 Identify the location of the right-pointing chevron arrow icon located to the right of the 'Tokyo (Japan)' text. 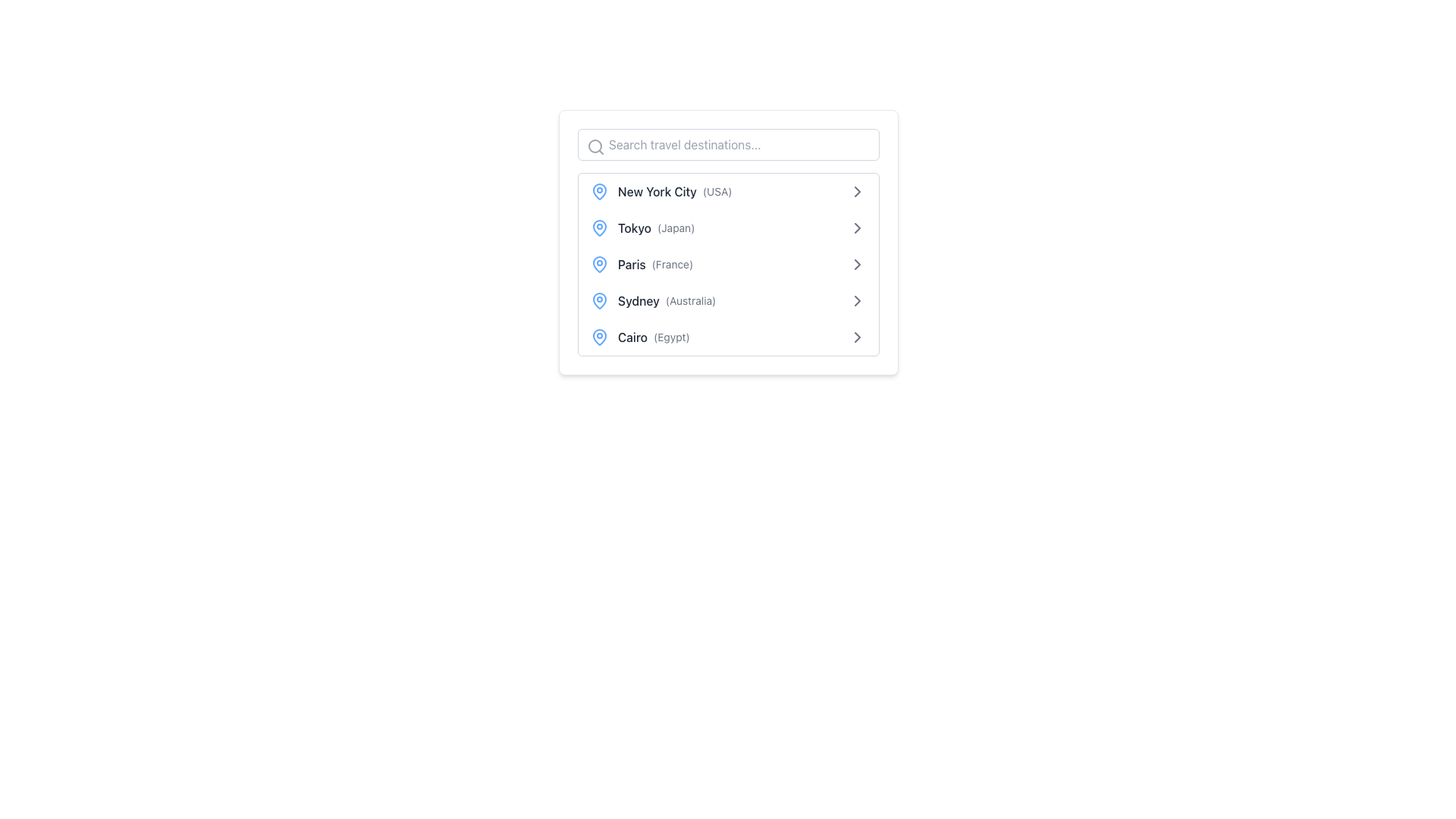
(858, 227).